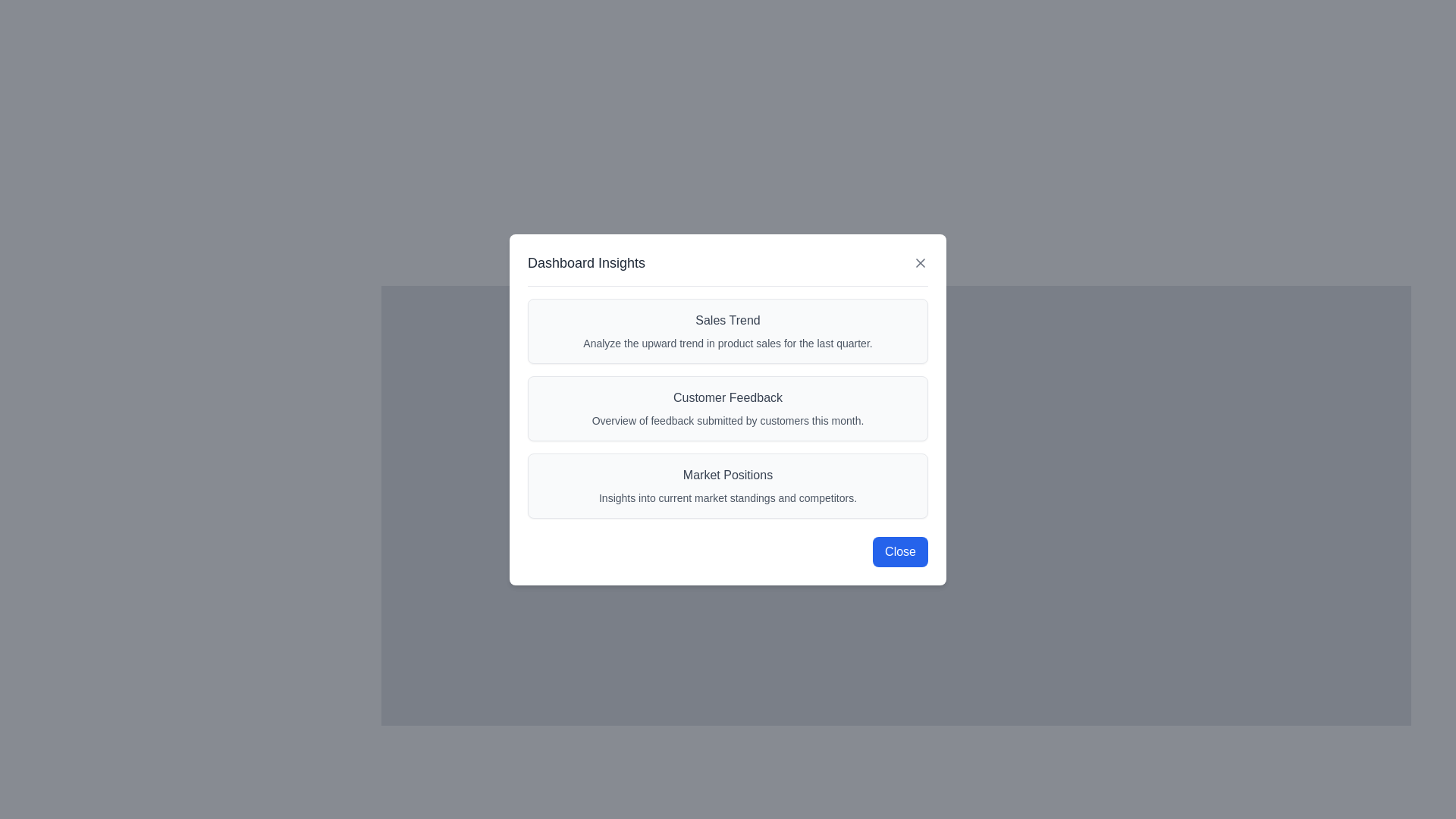  Describe the element at coordinates (728, 409) in the screenshot. I see `the 'Customer Feedback' Information Card, which is the second card in a vertical list of three cards within a modal dialog` at that location.